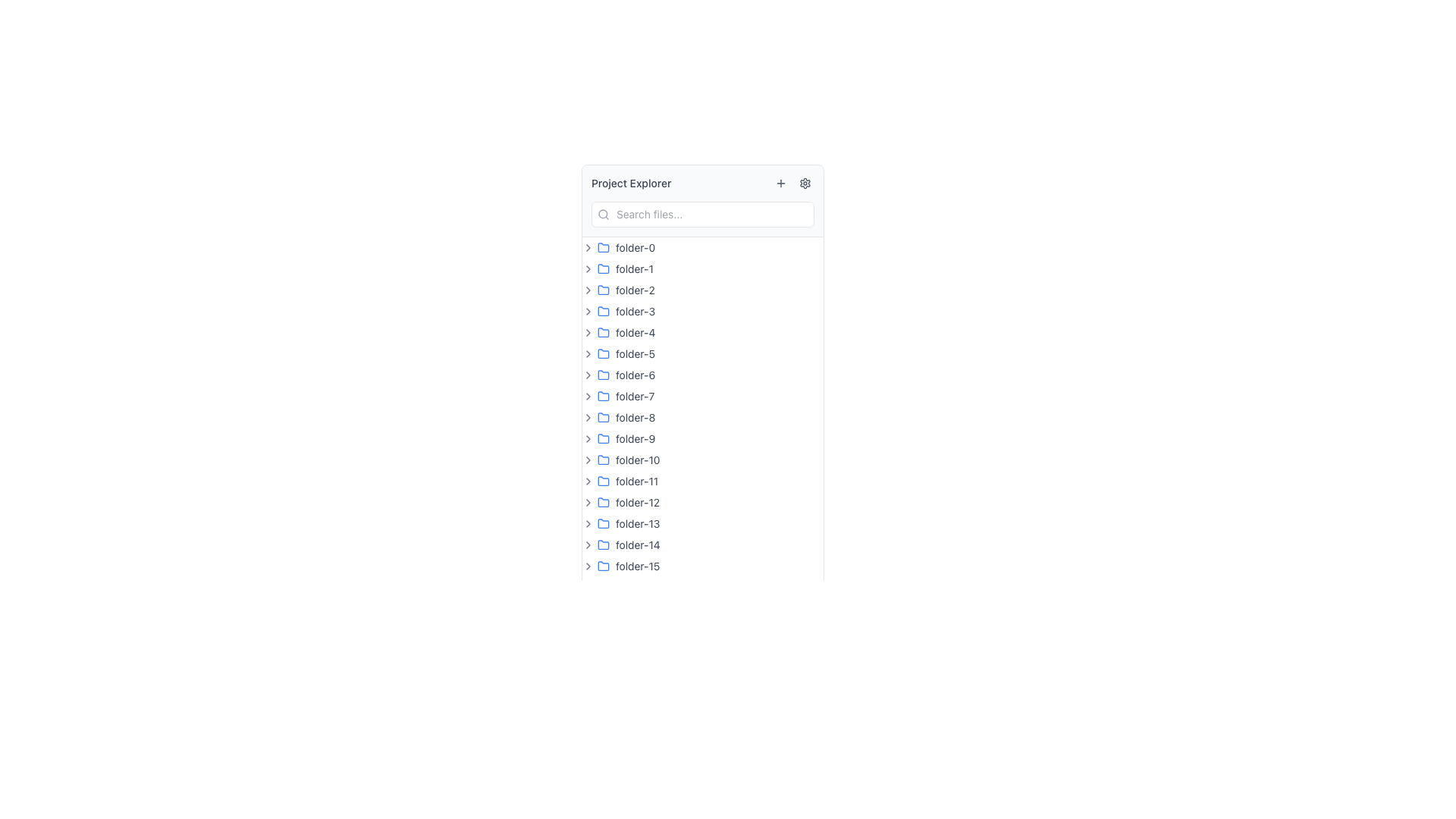 The width and height of the screenshot is (1456, 819). I want to click on the Chevron icon for hierarchical navigation located to the far left of 'folder-15' in the Project Explorer list to indicate its interactivity, so click(588, 566).